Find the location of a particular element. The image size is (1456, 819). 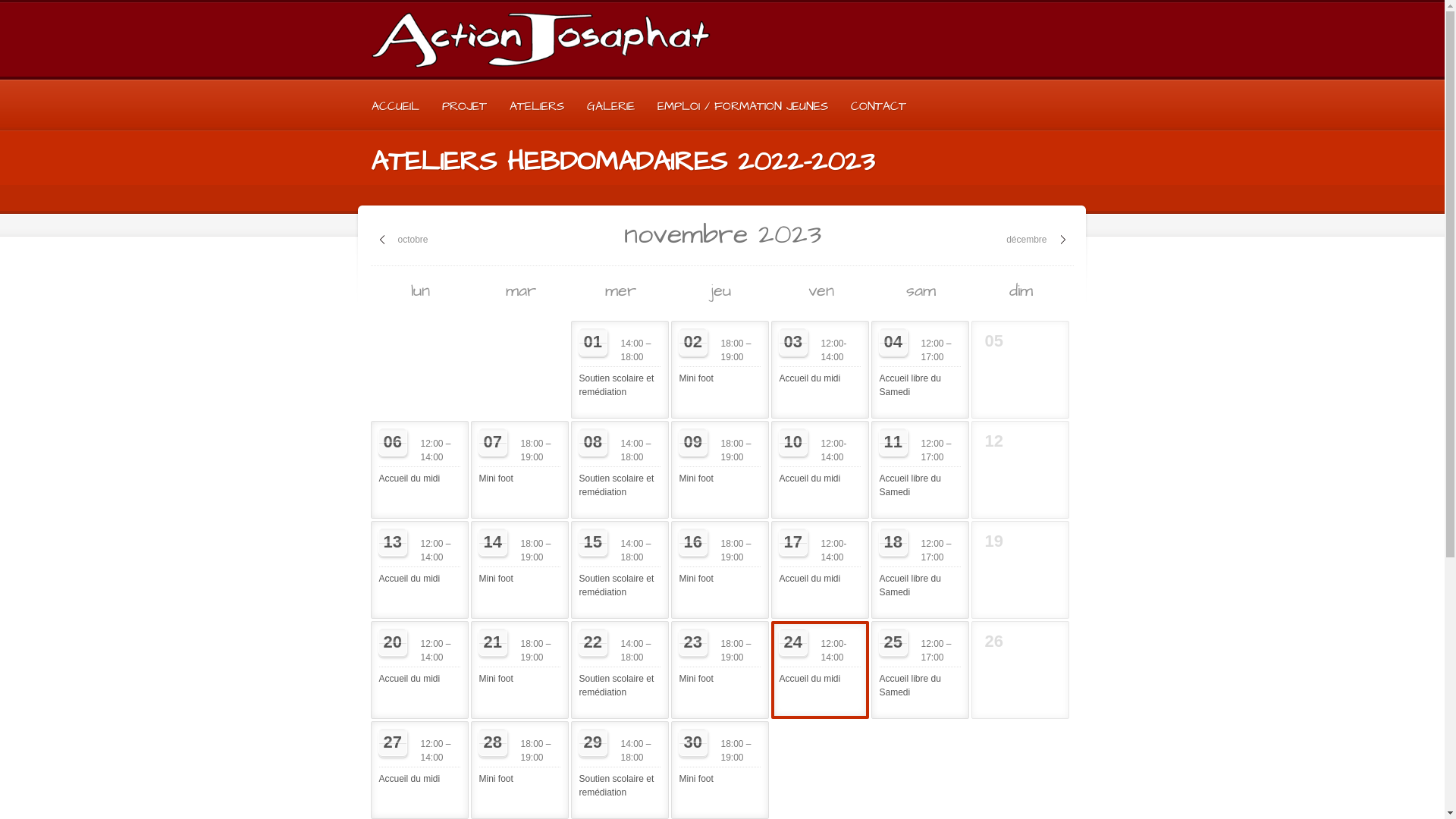

'12:00-14:00 is located at coordinates (819, 455).